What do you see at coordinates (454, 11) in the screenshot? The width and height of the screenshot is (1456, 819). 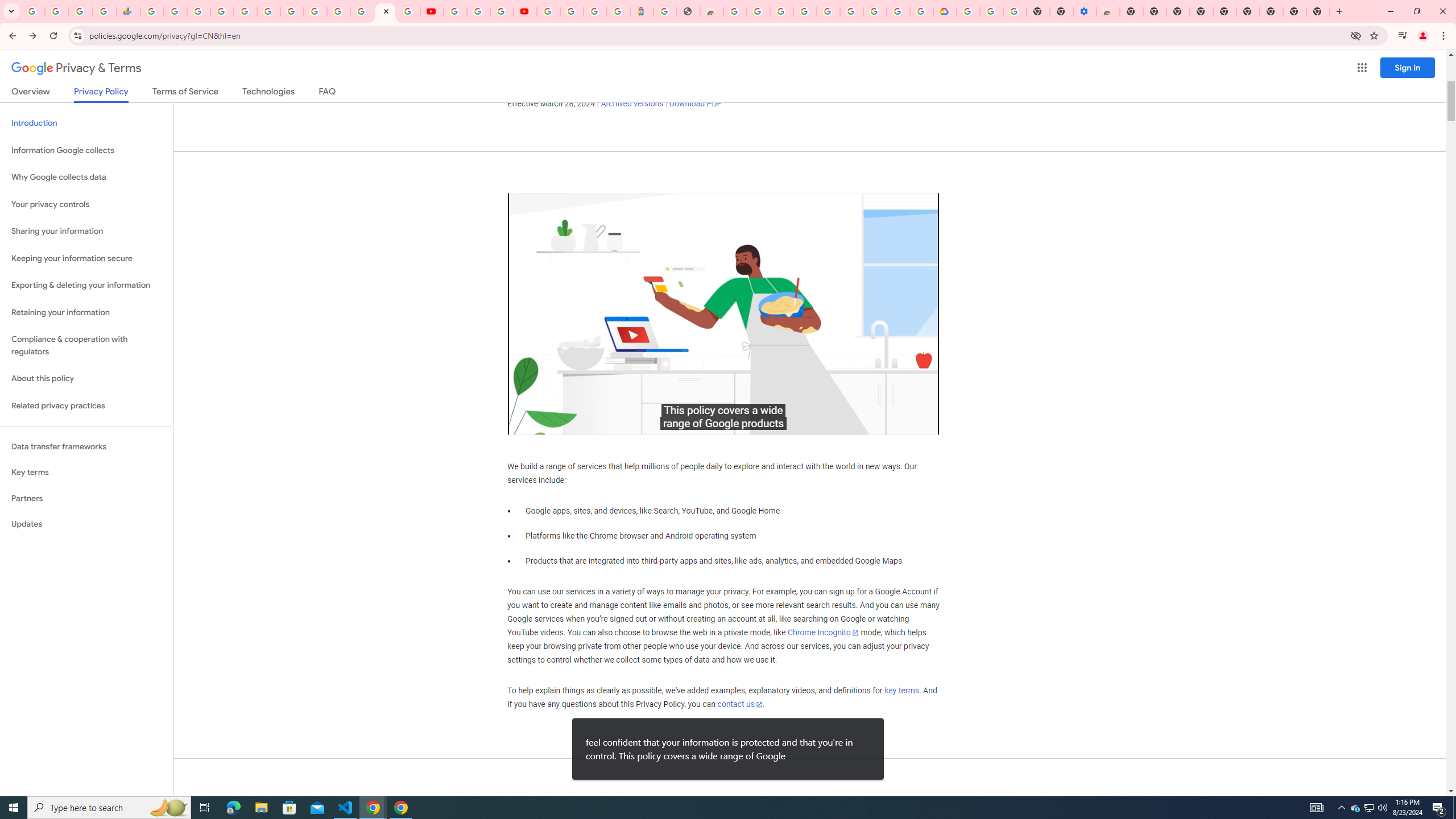 I see `'YouTube'` at bounding box center [454, 11].